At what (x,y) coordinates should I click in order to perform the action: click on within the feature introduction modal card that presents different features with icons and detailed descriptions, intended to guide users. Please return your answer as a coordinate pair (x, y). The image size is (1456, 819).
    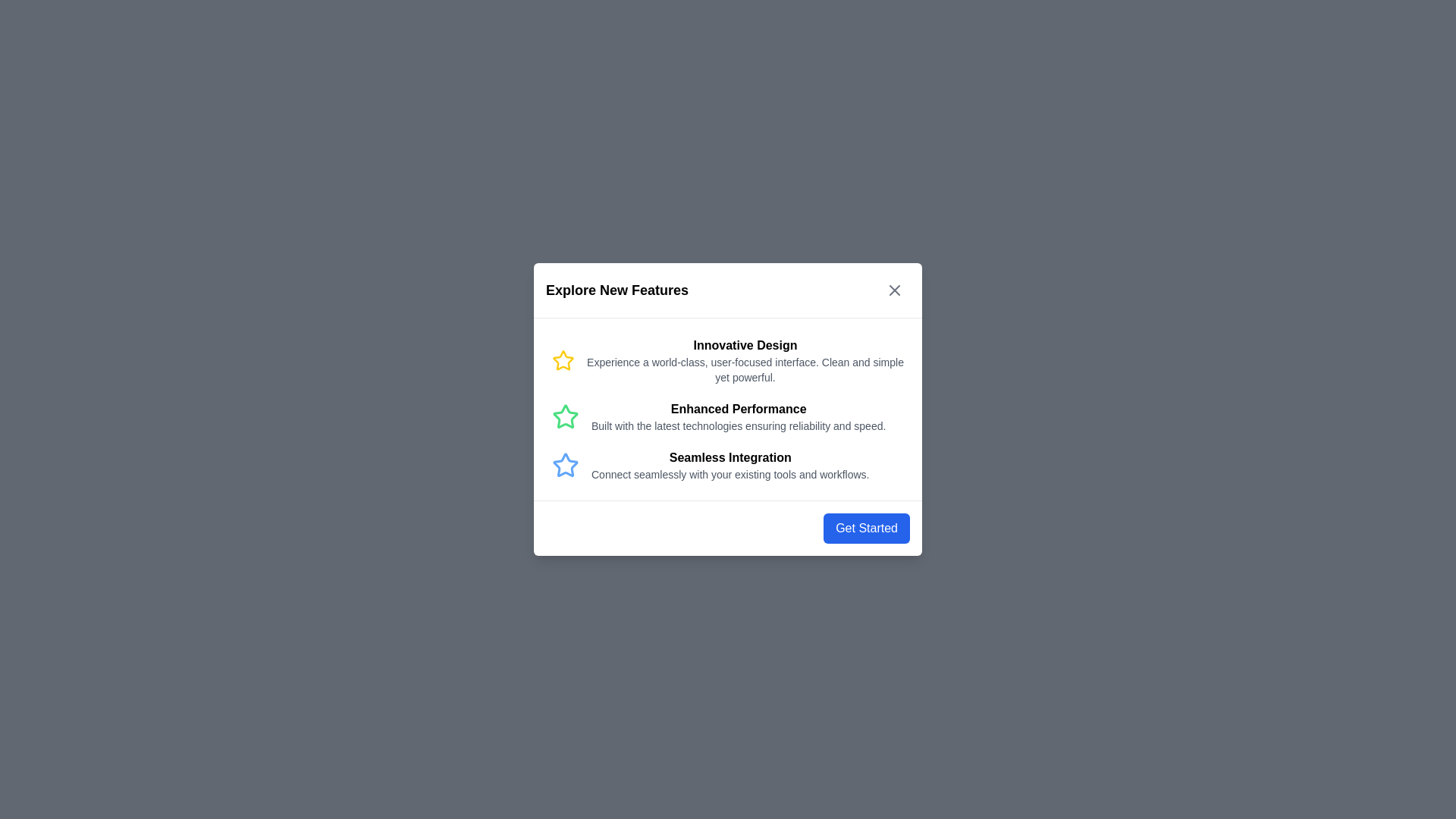
    Looking at the image, I should click on (728, 409).